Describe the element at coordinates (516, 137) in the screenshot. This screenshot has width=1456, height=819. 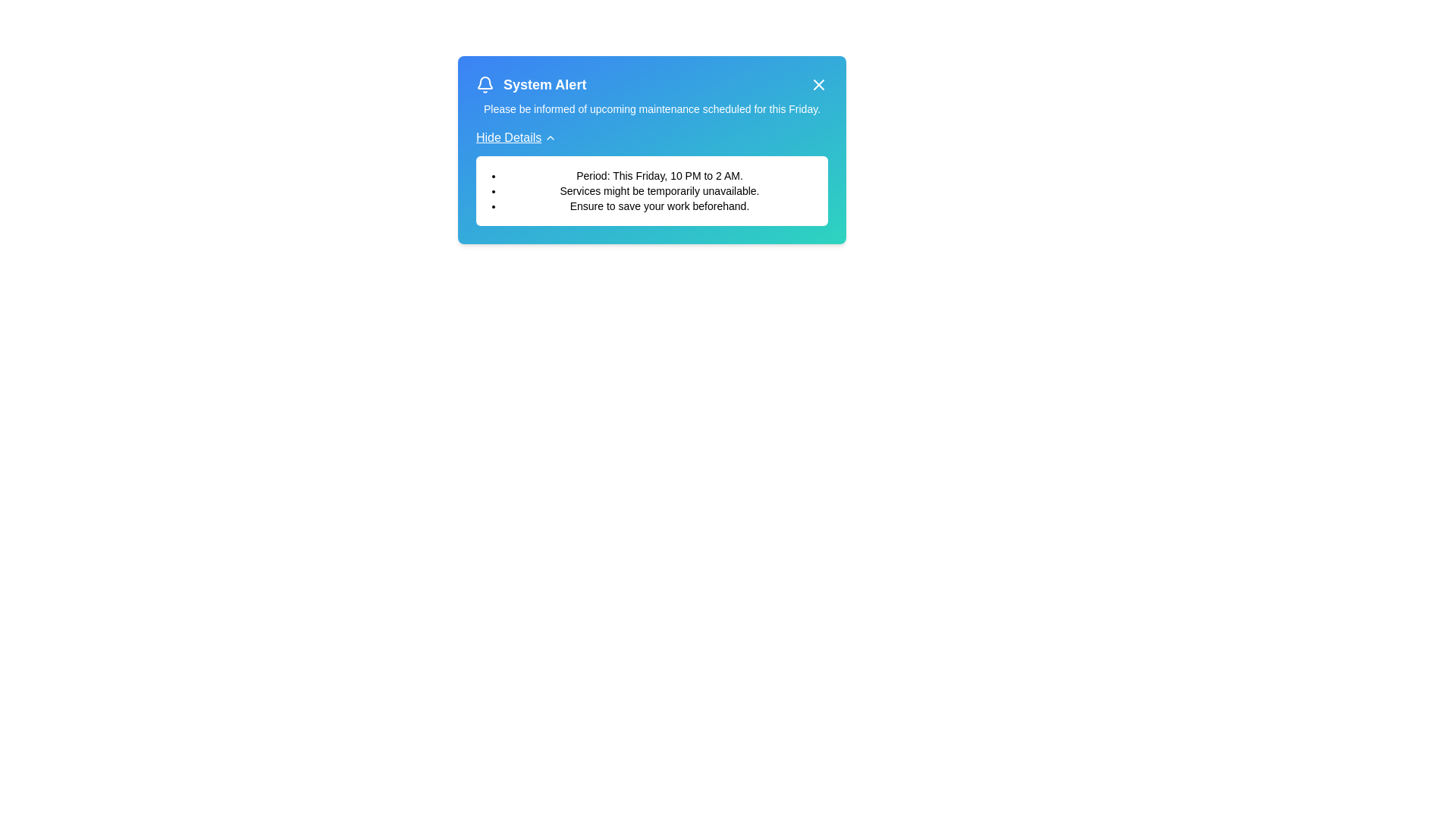
I see `the 'Hide Details' button to collapse the additional information` at that location.